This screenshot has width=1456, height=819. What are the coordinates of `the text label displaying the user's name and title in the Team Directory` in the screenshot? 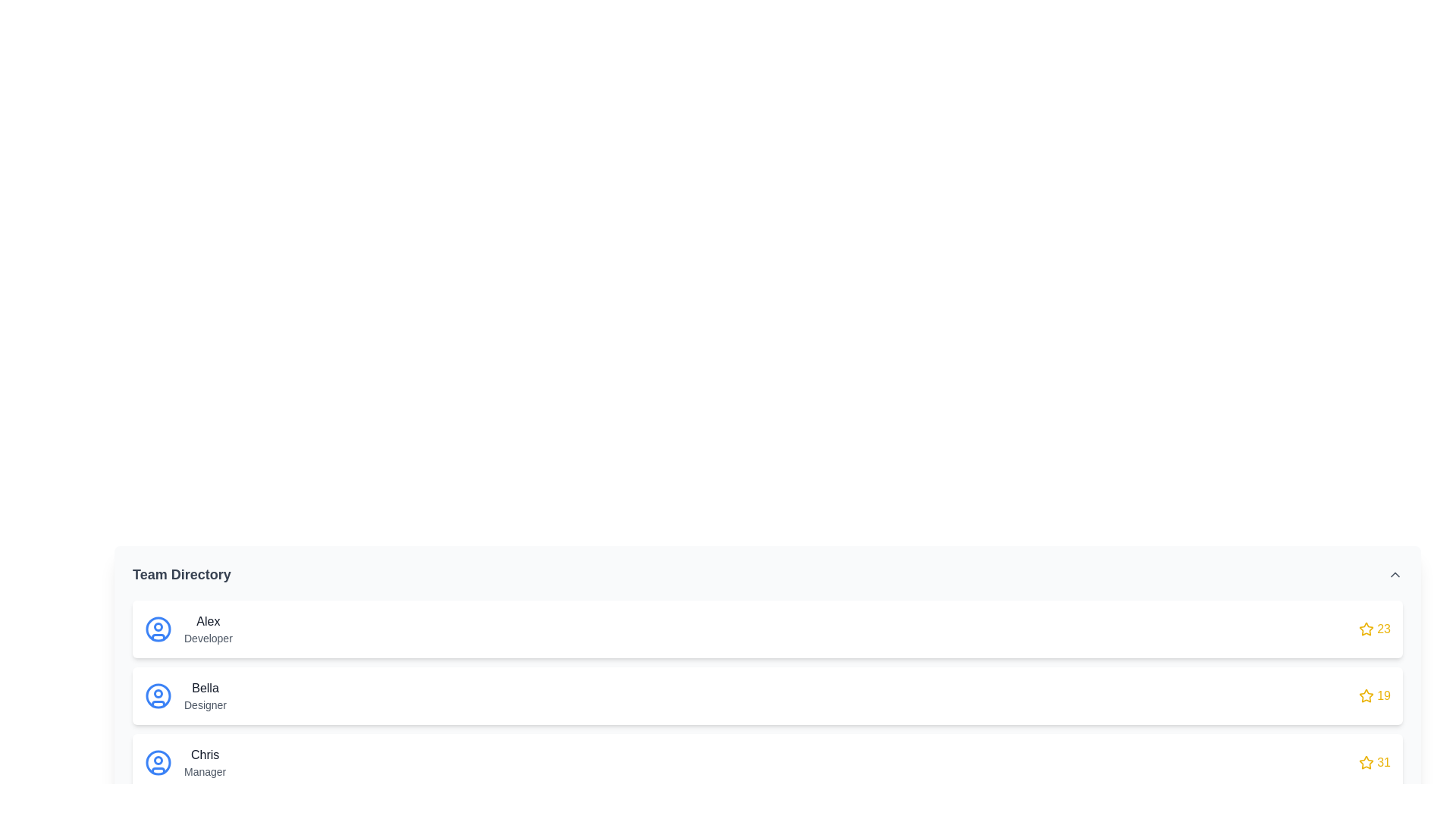 It's located at (205, 696).